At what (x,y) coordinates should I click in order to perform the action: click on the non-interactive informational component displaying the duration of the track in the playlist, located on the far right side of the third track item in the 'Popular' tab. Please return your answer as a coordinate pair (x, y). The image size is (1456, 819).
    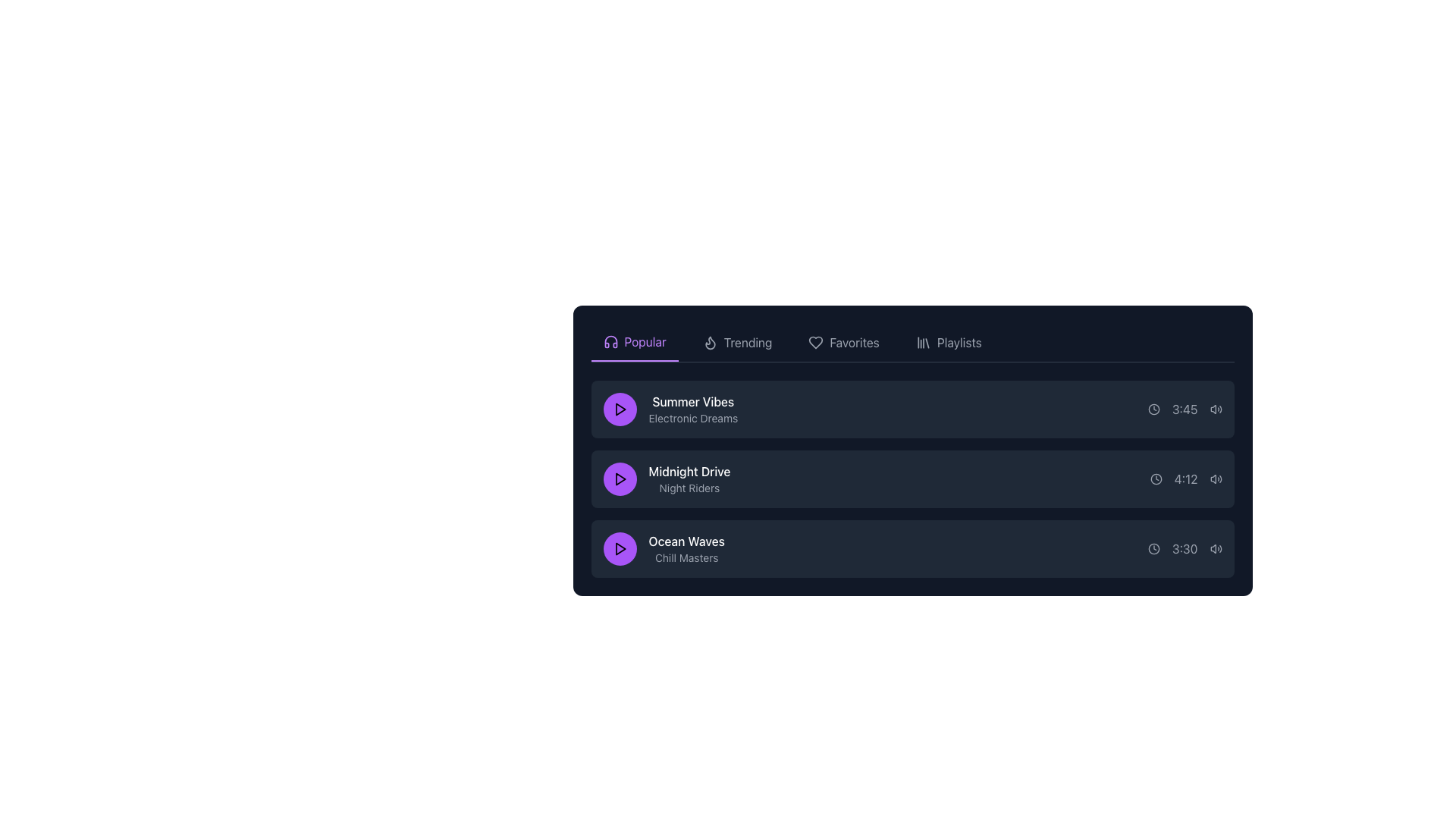
    Looking at the image, I should click on (1184, 549).